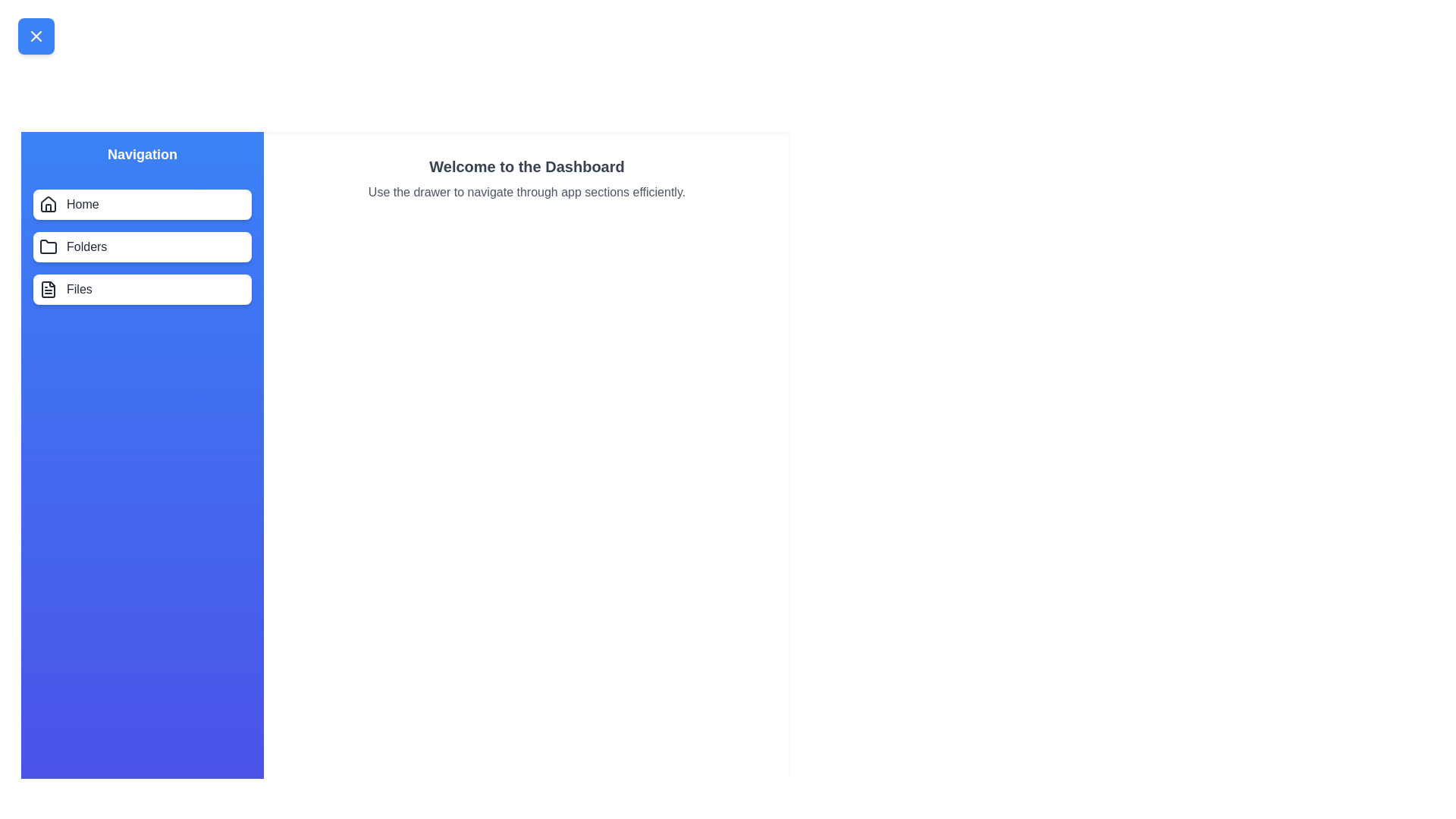  I want to click on the toggle button to open or close the drawer, so click(36, 35).